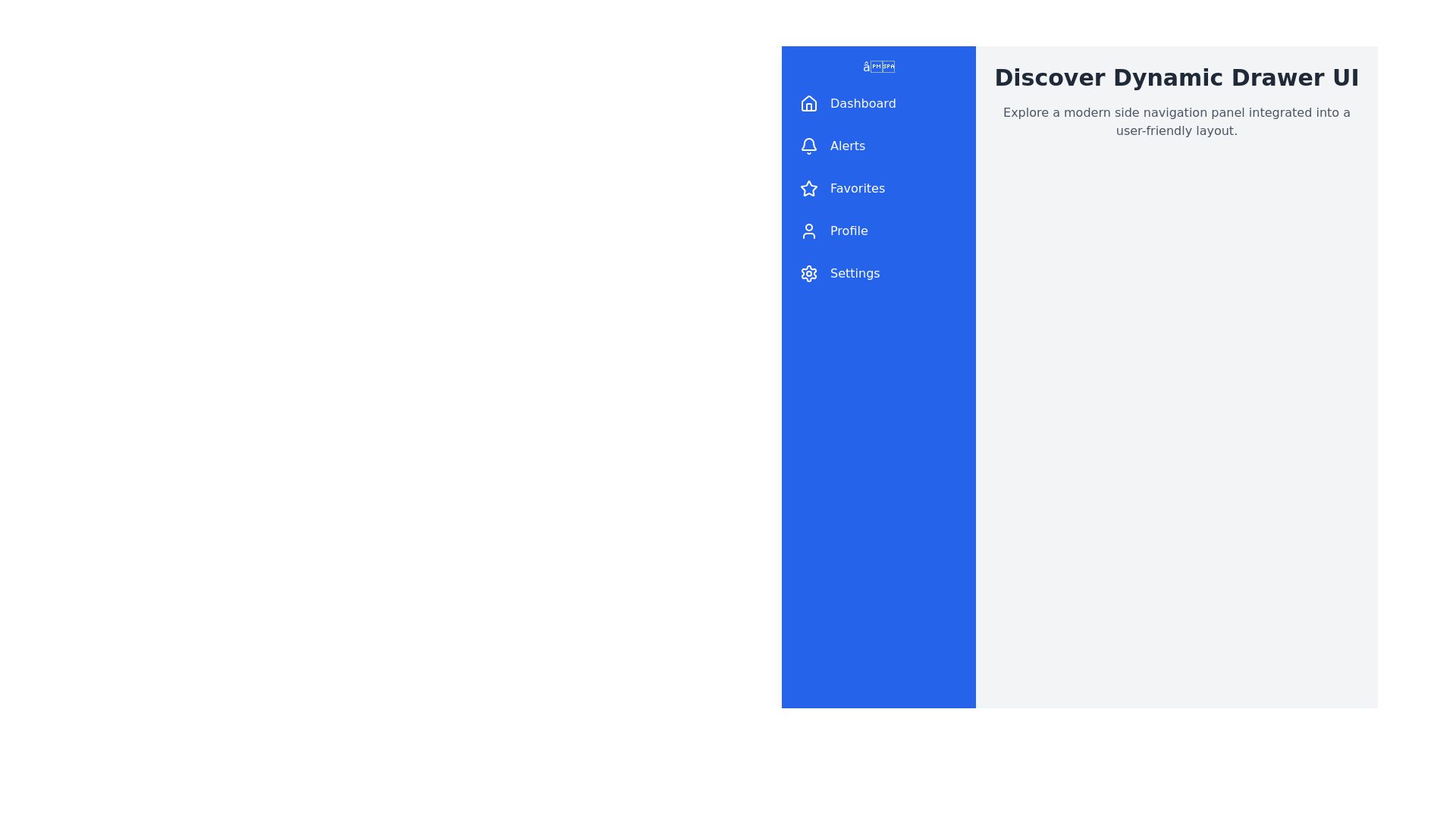 This screenshot has height=819, width=1456. Describe the element at coordinates (808, 187) in the screenshot. I see `the 'Favorites' icon located in the navigation bar, positioned third from the top, to provide quick access to the favorites section` at that location.